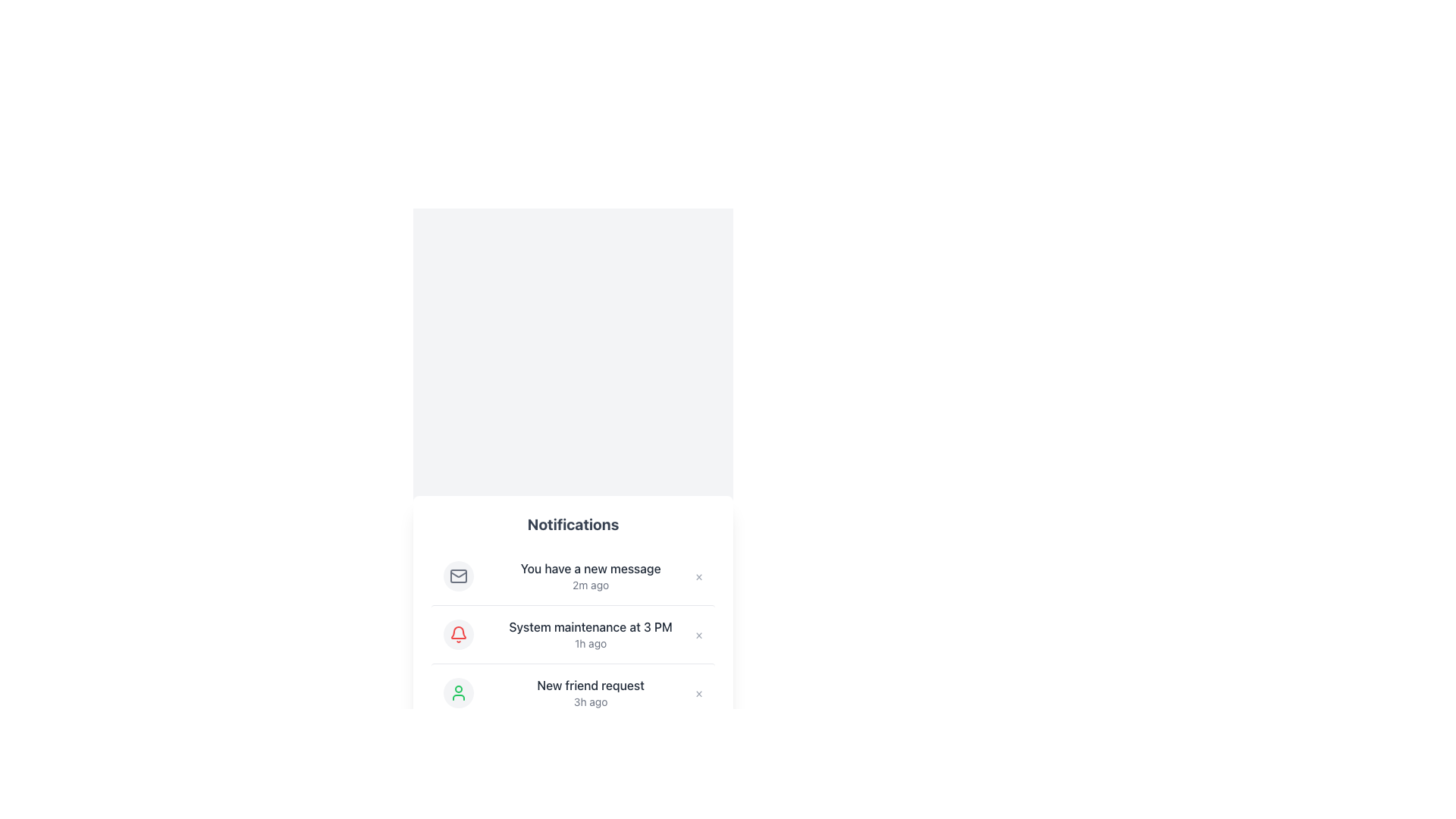 Image resolution: width=1456 pixels, height=819 pixels. What do you see at coordinates (698, 576) in the screenshot?
I see `the close button on the right side of the notification that reads 'You have a new message'` at bounding box center [698, 576].